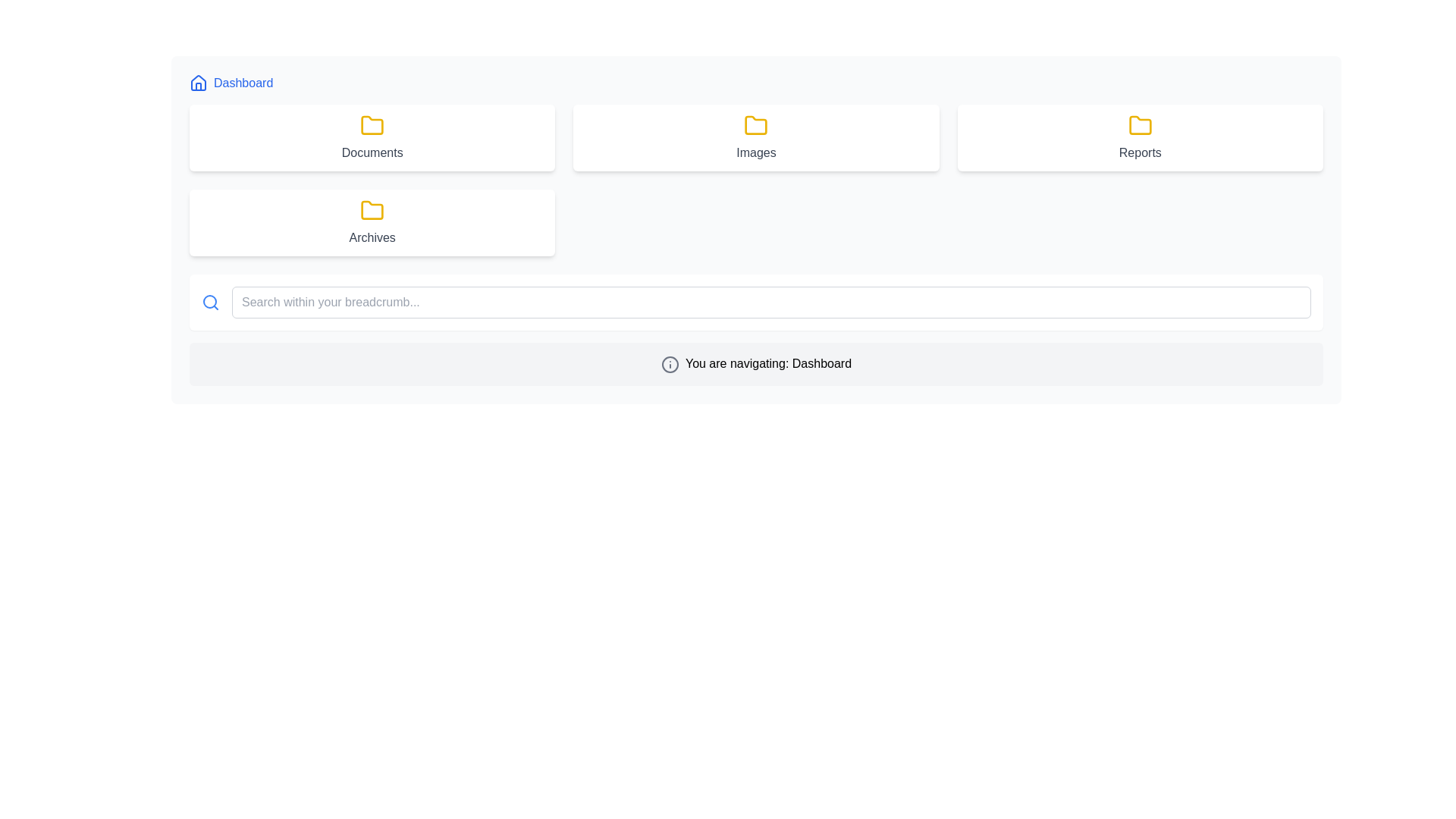 The height and width of the screenshot is (819, 1456). I want to click on the 'Images' icon located in the middle of the box labeled 'Images', so click(756, 124).